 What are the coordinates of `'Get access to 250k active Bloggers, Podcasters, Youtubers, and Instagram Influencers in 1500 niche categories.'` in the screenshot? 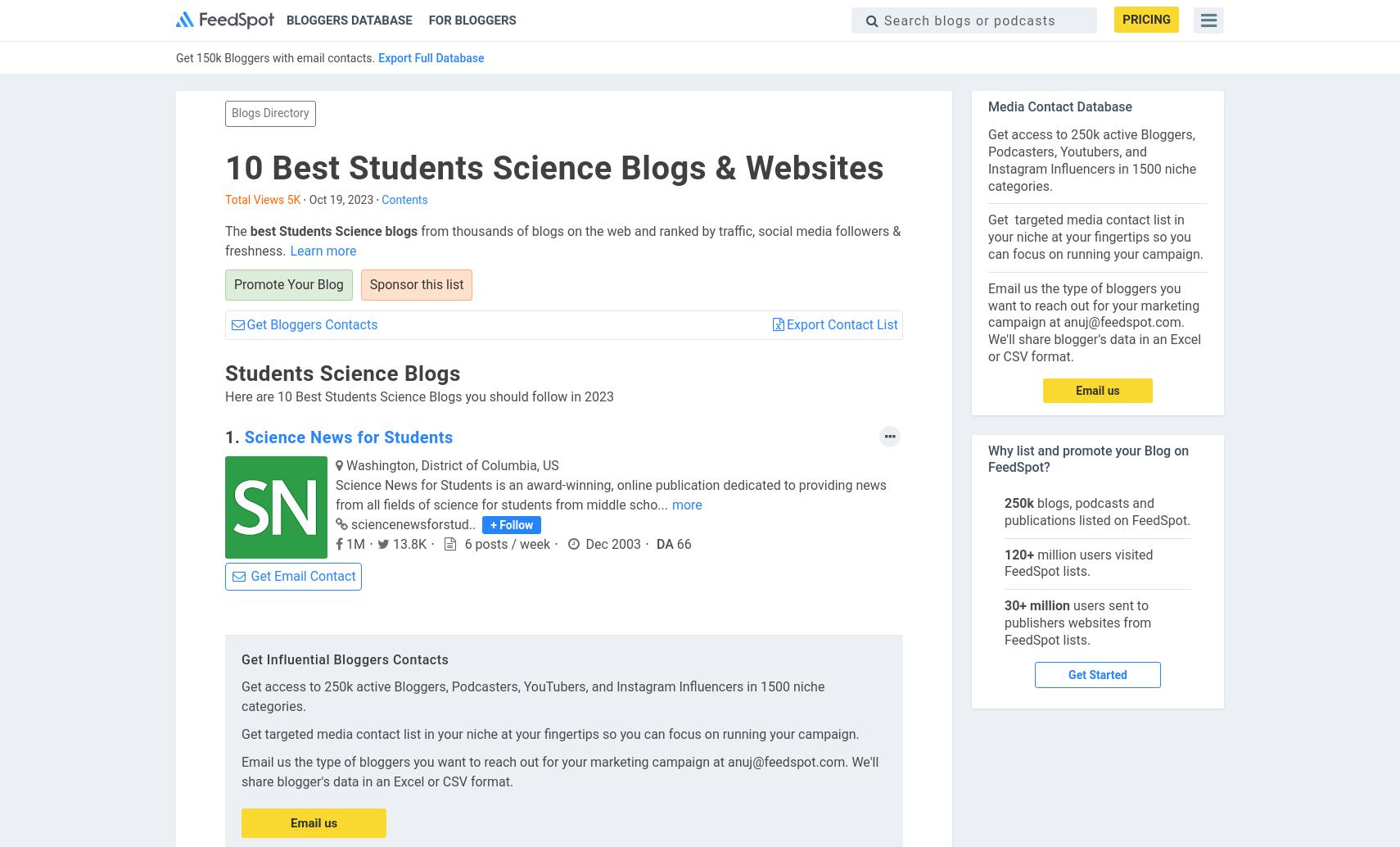 It's located at (1091, 160).